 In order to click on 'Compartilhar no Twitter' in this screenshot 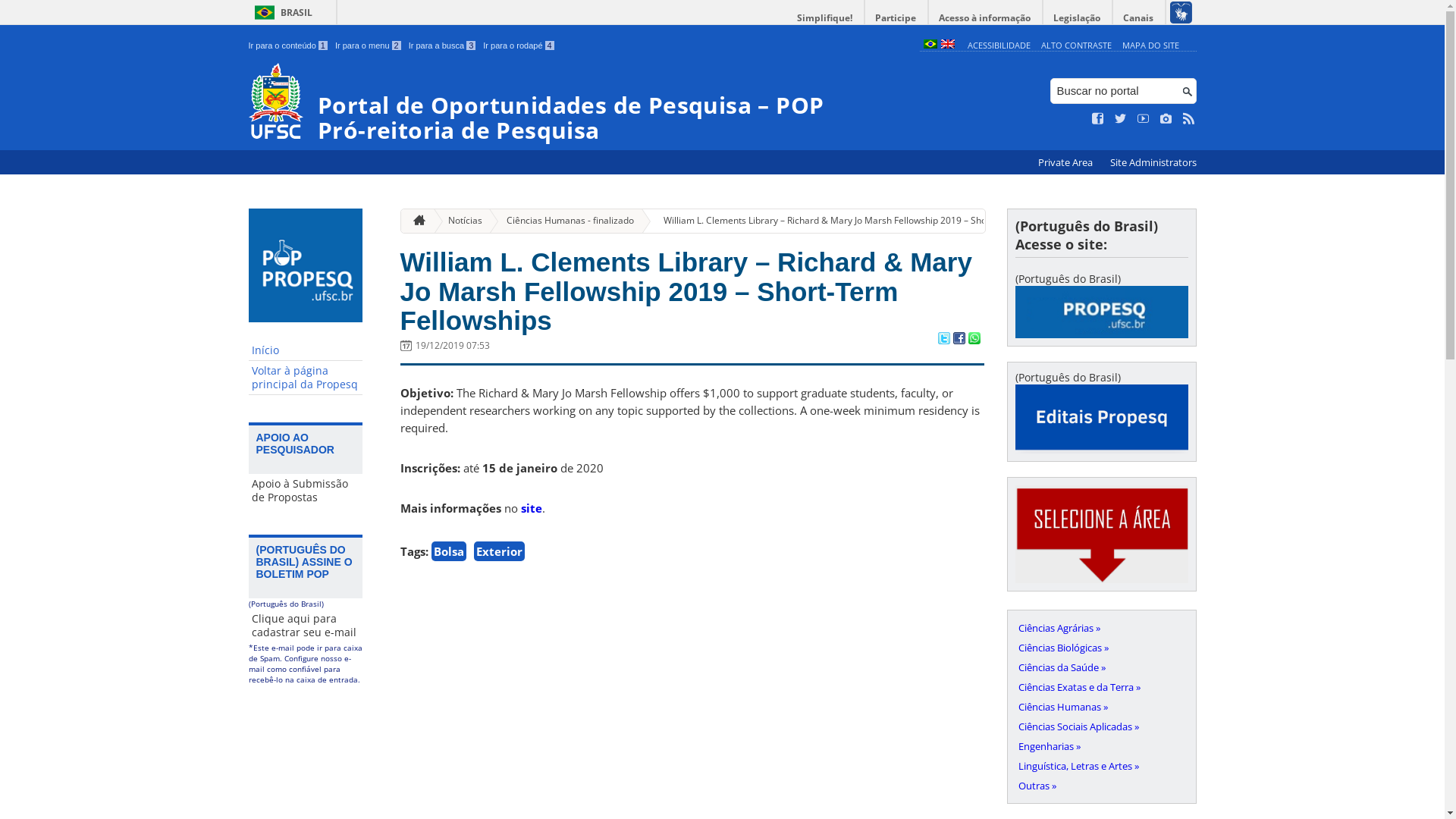, I will do `click(942, 338)`.